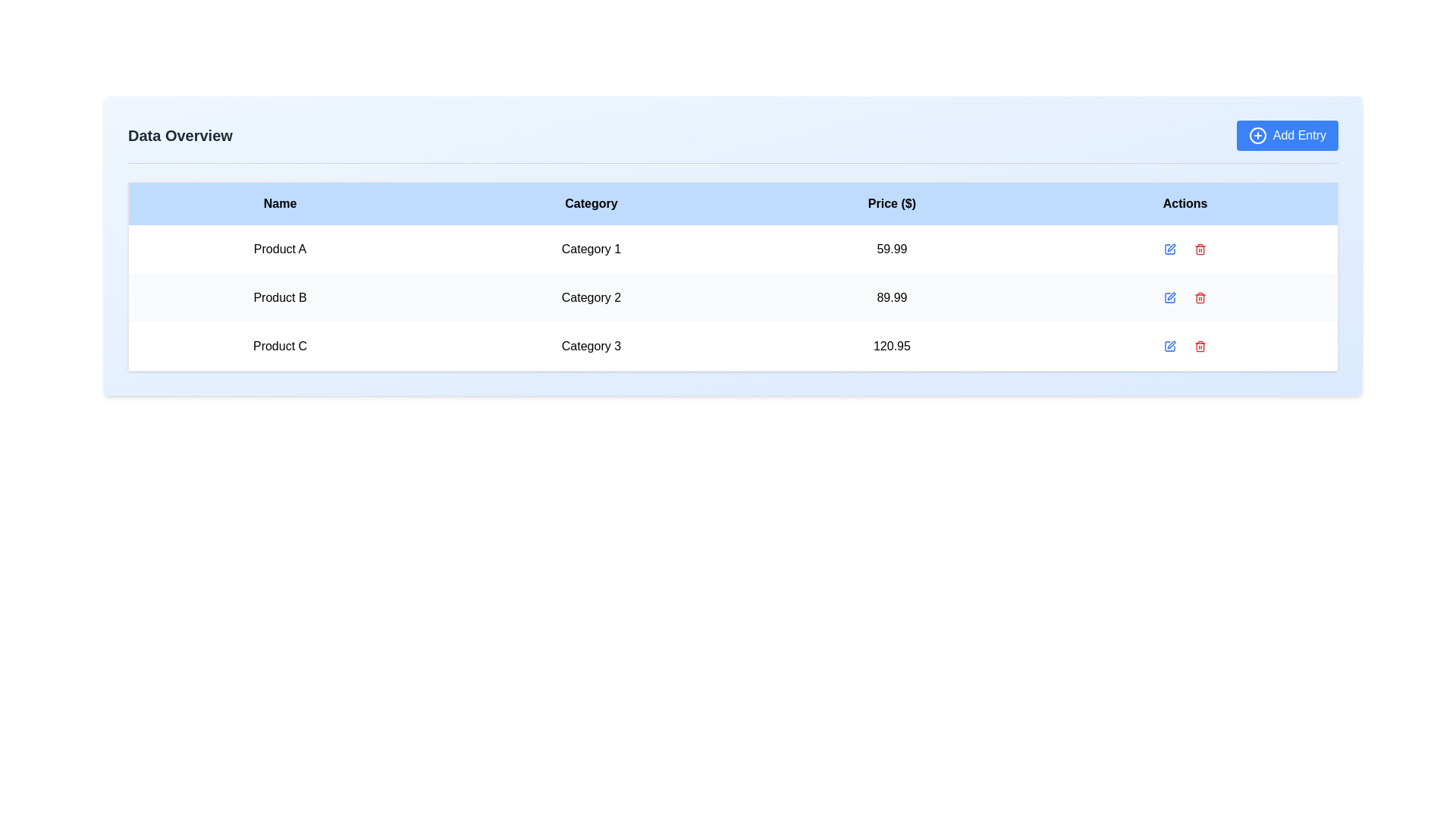  What do you see at coordinates (1169, 346) in the screenshot?
I see `the blue edit icon, which is a pencil symbol located on the right side of the table's last row under the 'Actions' column, to initiate the edit action` at bounding box center [1169, 346].